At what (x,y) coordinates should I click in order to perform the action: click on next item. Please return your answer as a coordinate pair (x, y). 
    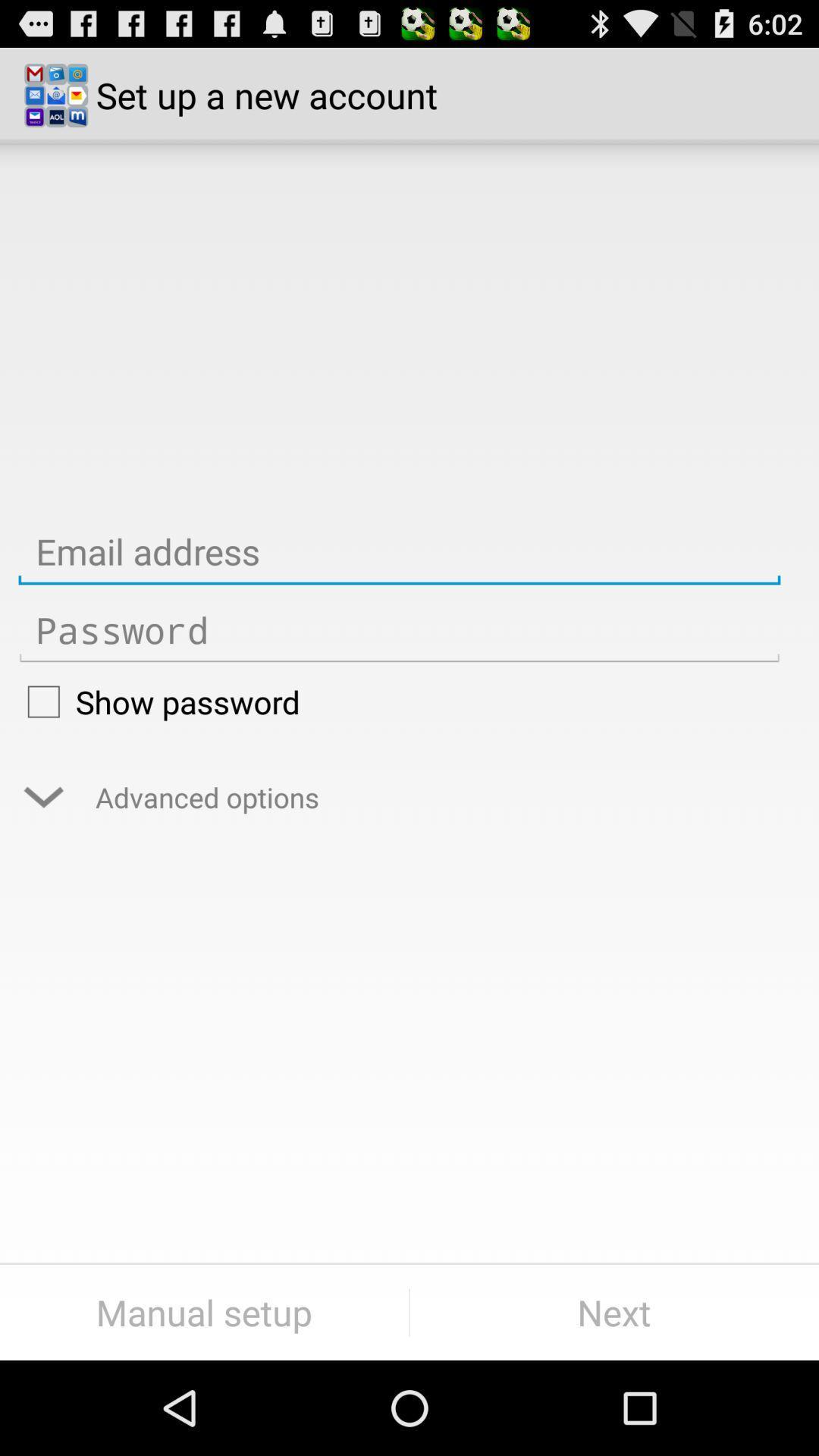
    Looking at the image, I should click on (614, 1312).